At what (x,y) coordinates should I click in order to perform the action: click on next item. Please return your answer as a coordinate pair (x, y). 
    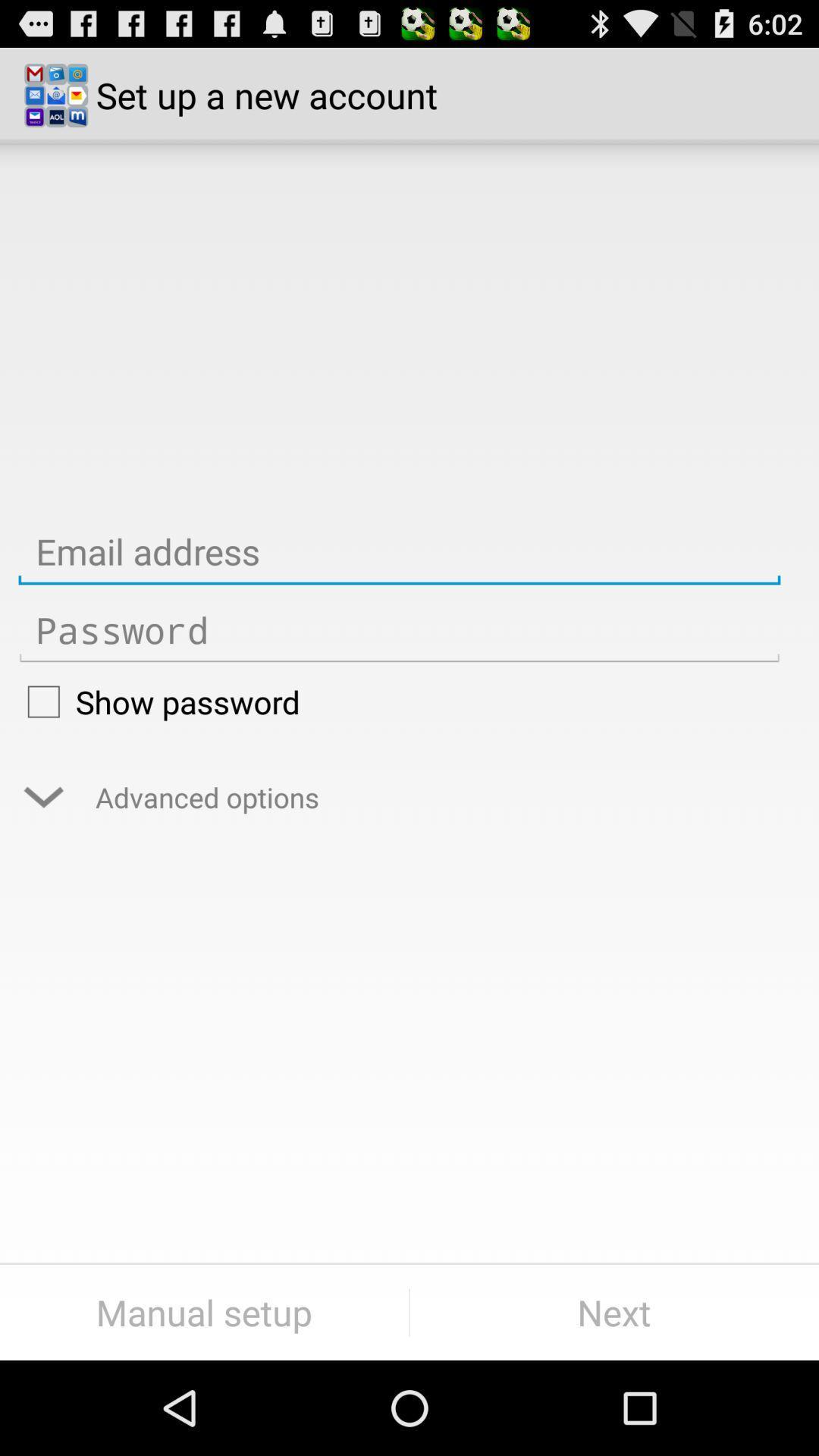
    Looking at the image, I should click on (614, 1312).